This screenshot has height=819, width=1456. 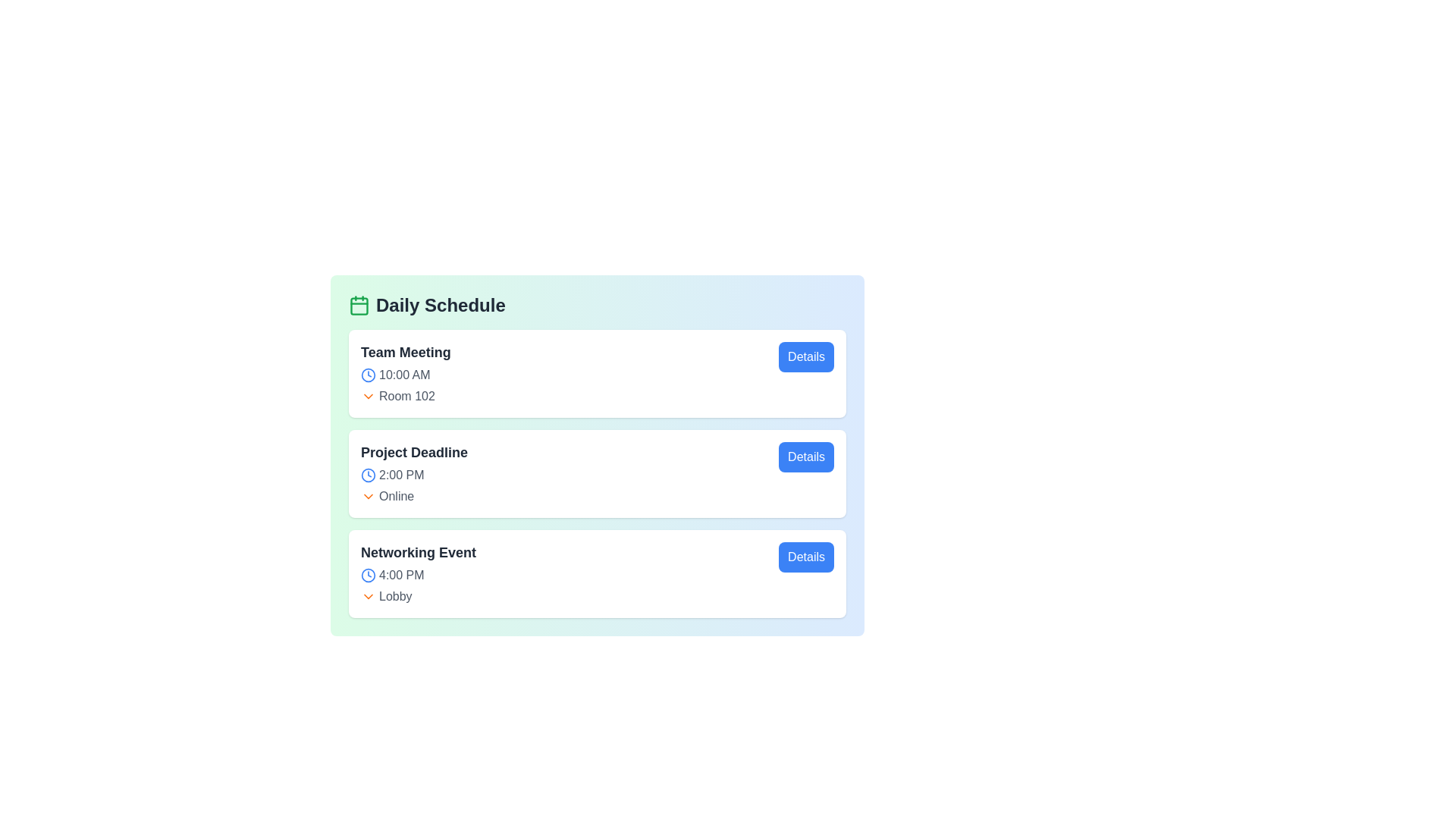 I want to click on text 'Project Deadline' from the Text Label that serves as a title for the schedule item, located above the '2:00 PM' time indicator and 'Online' location text in the second section of the schedule, so click(x=414, y=452).